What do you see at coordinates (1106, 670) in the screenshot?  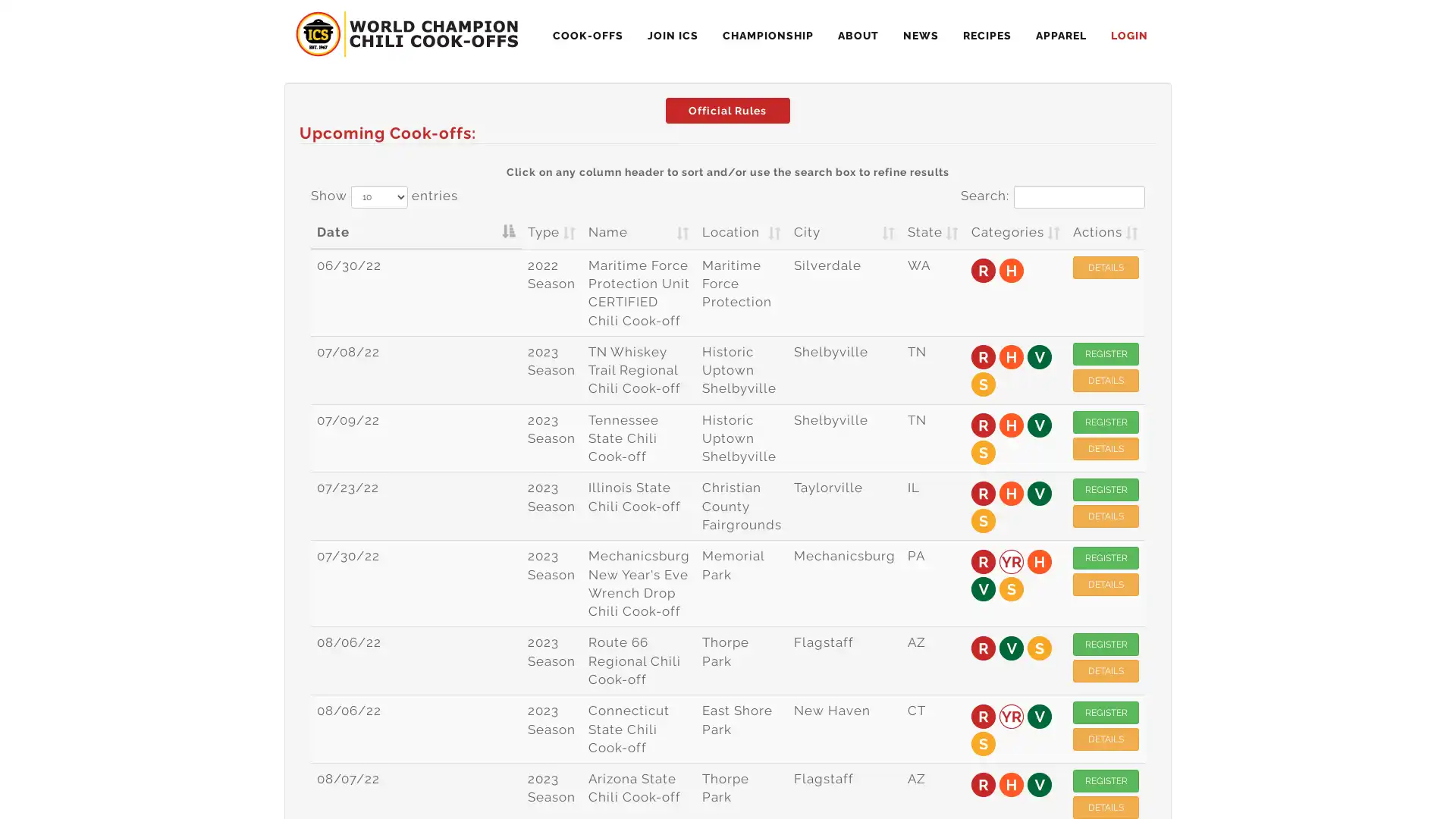 I see `DETAILS` at bounding box center [1106, 670].